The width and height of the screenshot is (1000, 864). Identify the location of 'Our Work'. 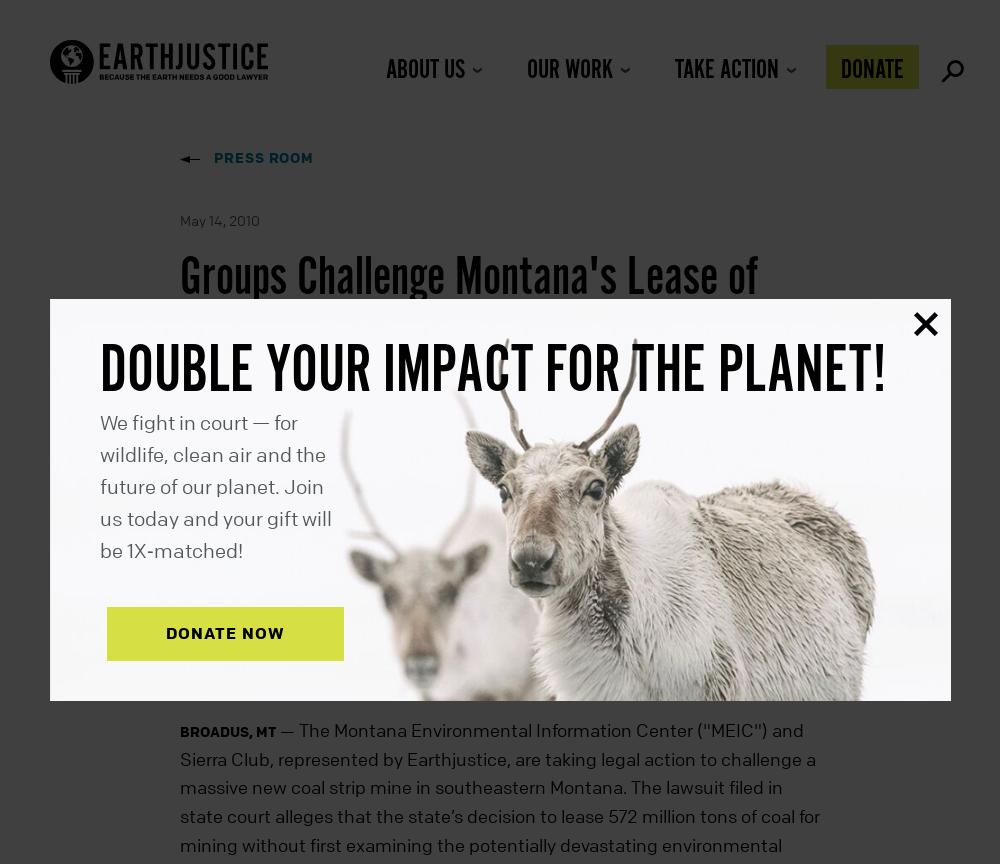
(568, 70).